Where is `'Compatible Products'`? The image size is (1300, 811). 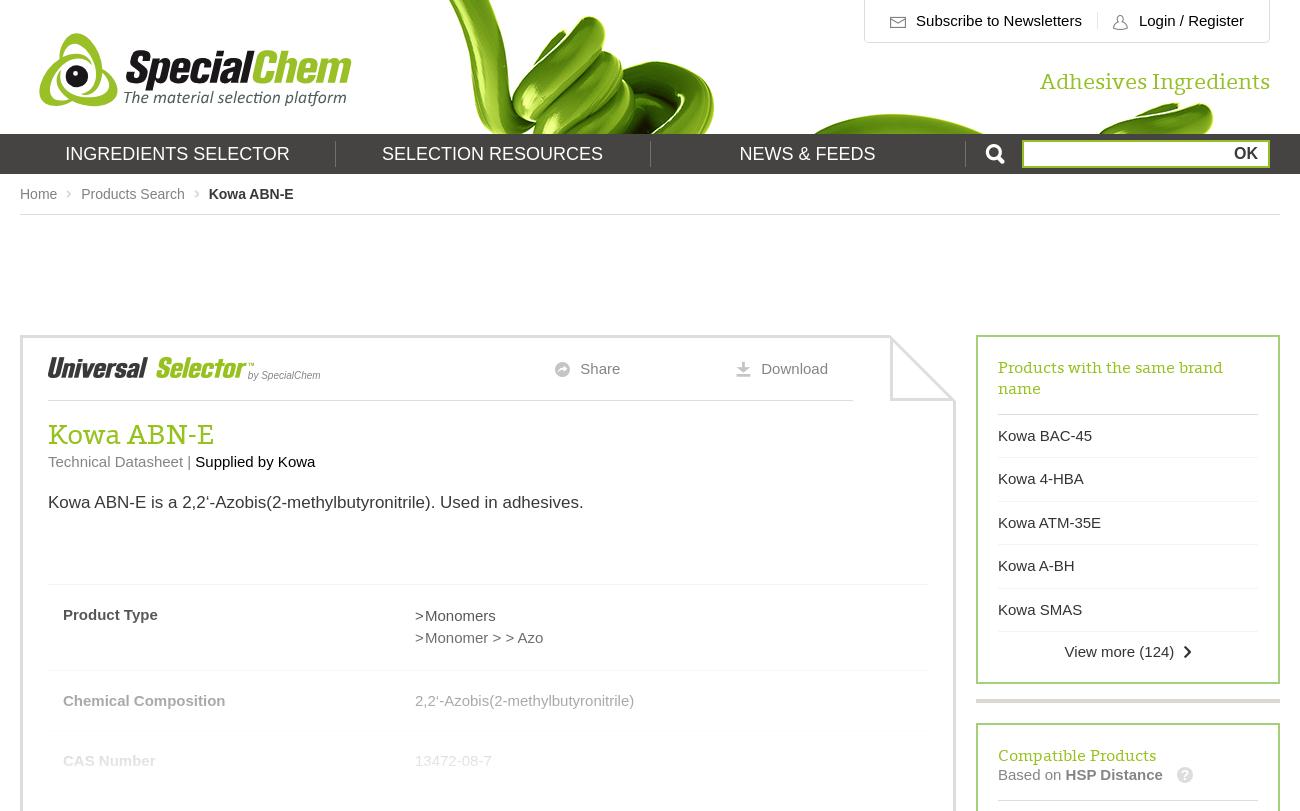 'Compatible Products' is located at coordinates (1077, 752).